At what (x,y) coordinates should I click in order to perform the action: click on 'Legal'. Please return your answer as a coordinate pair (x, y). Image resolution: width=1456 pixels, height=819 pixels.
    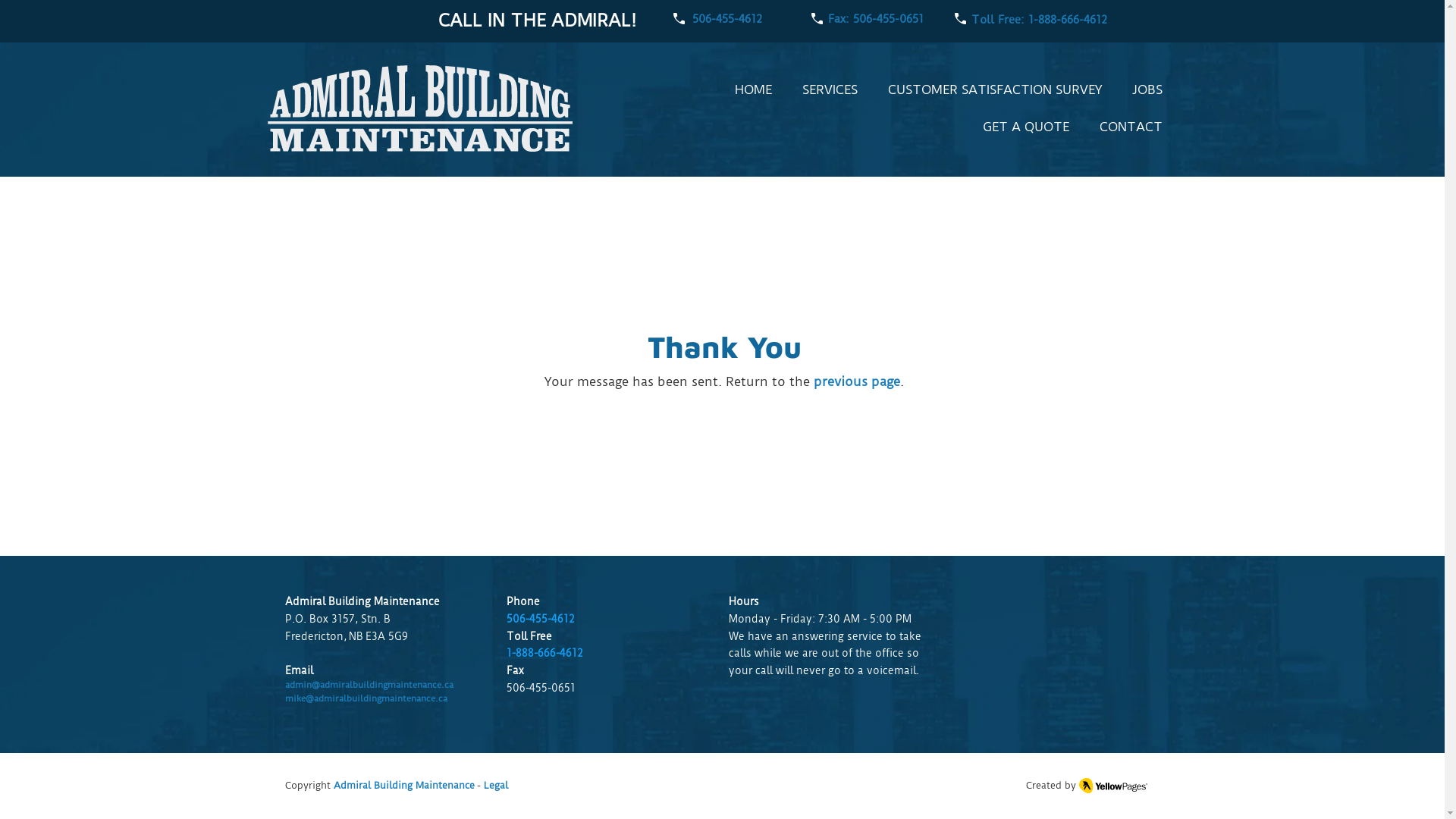
    Looking at the image, I should click on (494, 785).